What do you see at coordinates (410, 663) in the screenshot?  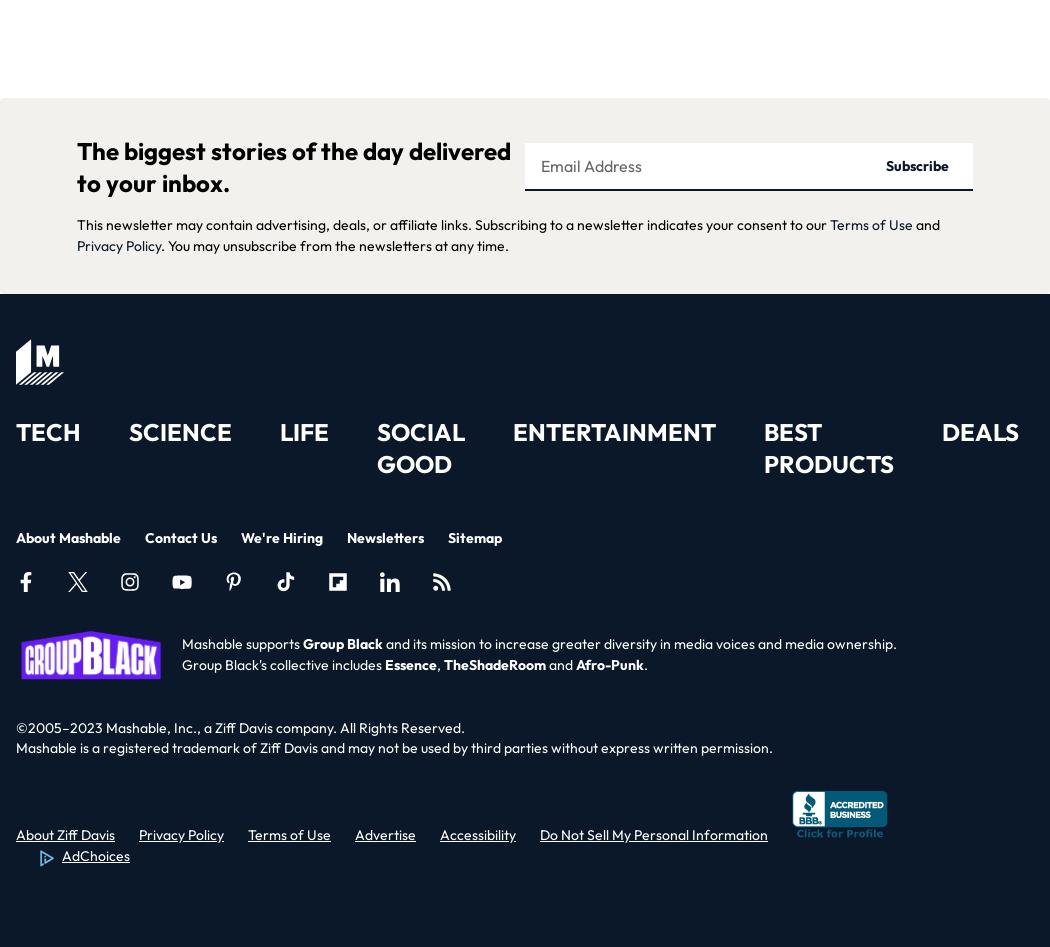 I see `'Essence'` at bounding box center [410, 663].